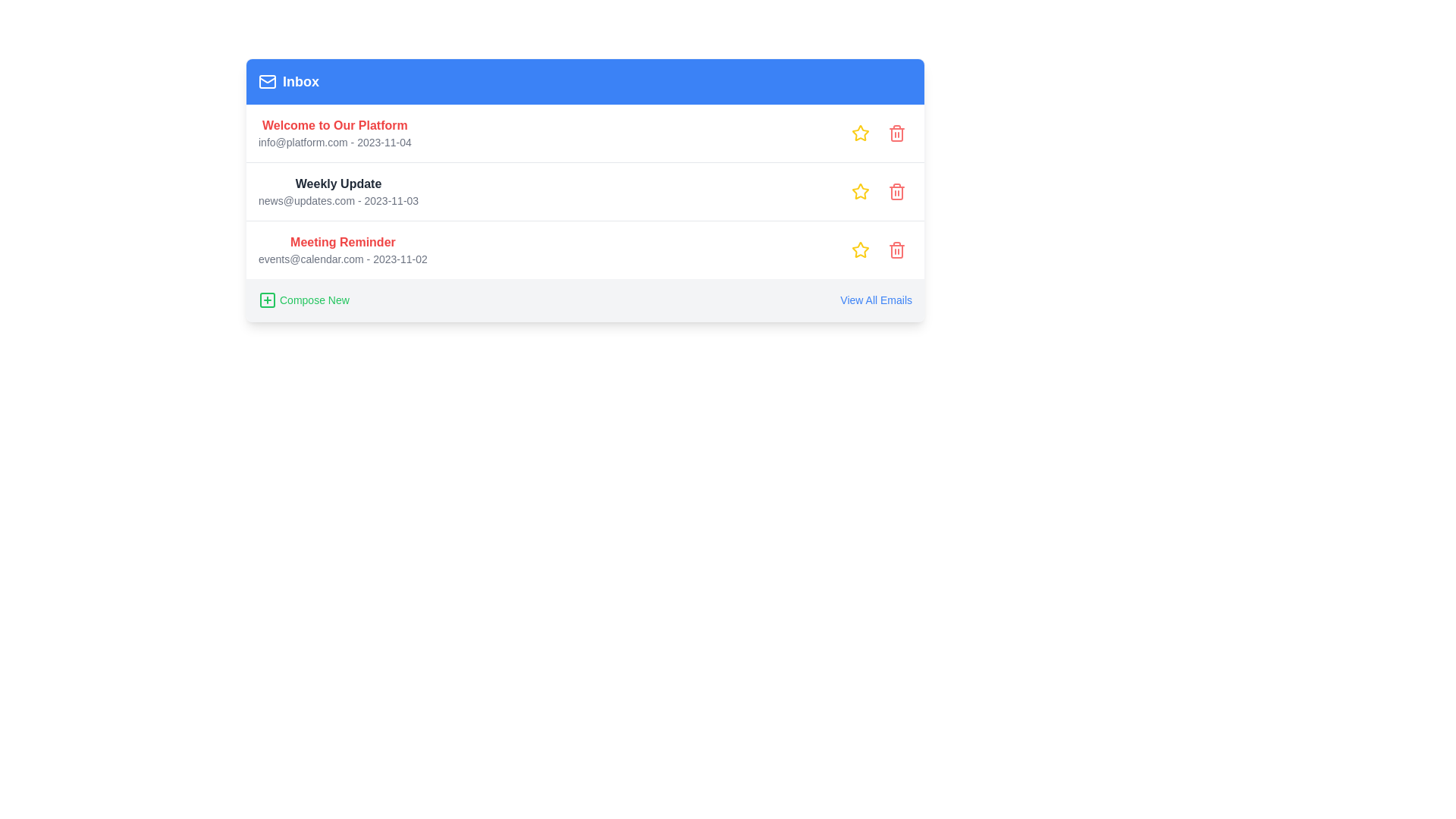  What do you see at coordinates (301, 82) in the screenshot?
I see `text label indicating the user's inbox, which is positioned to the right of the mail icon in the blue header bar` at bounding box center [301, 82].